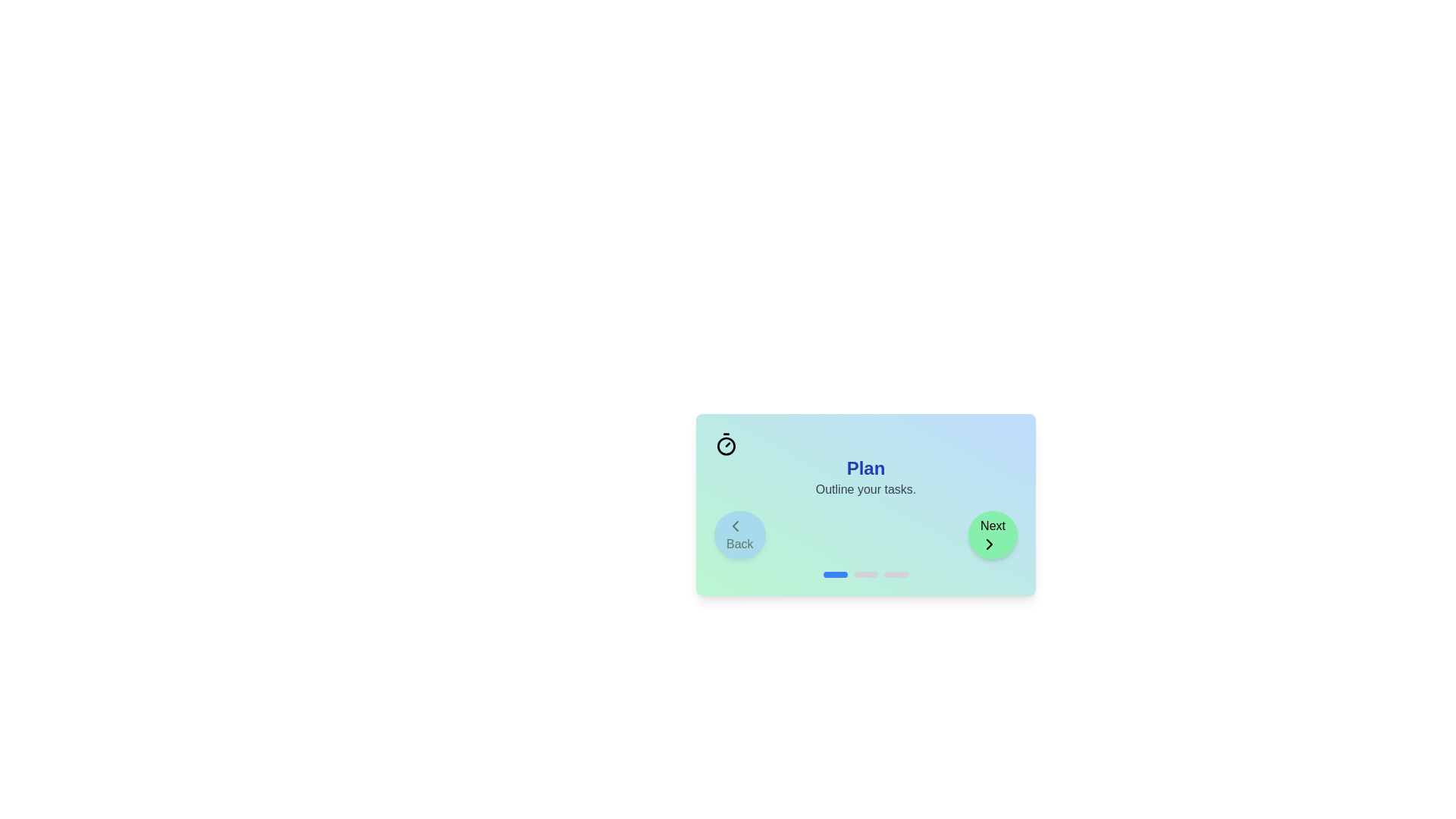 This screenshot has width=1456, height=819. What do you see at coordinates (739, 534) in the screenshot?
I see `the Back button to navigate stages` at bounding box center [739, 534].